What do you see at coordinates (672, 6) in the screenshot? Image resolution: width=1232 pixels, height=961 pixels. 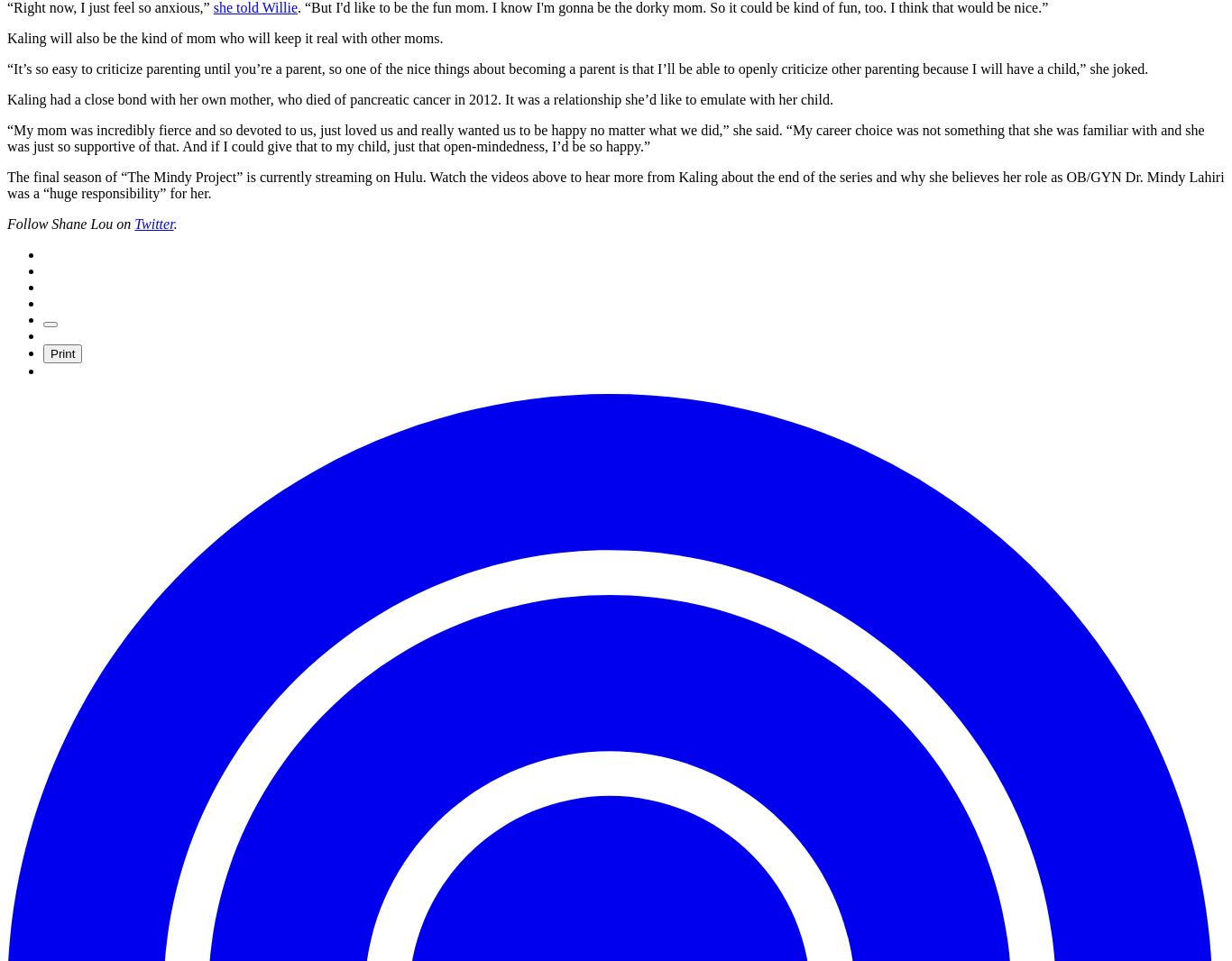 I see `'. “But I'd like to be the fun mom. I know I'm gonna be the dorky mom. So it could be kind of fun, too. I think that would be nice.”'` at bounding box center [672, 6].